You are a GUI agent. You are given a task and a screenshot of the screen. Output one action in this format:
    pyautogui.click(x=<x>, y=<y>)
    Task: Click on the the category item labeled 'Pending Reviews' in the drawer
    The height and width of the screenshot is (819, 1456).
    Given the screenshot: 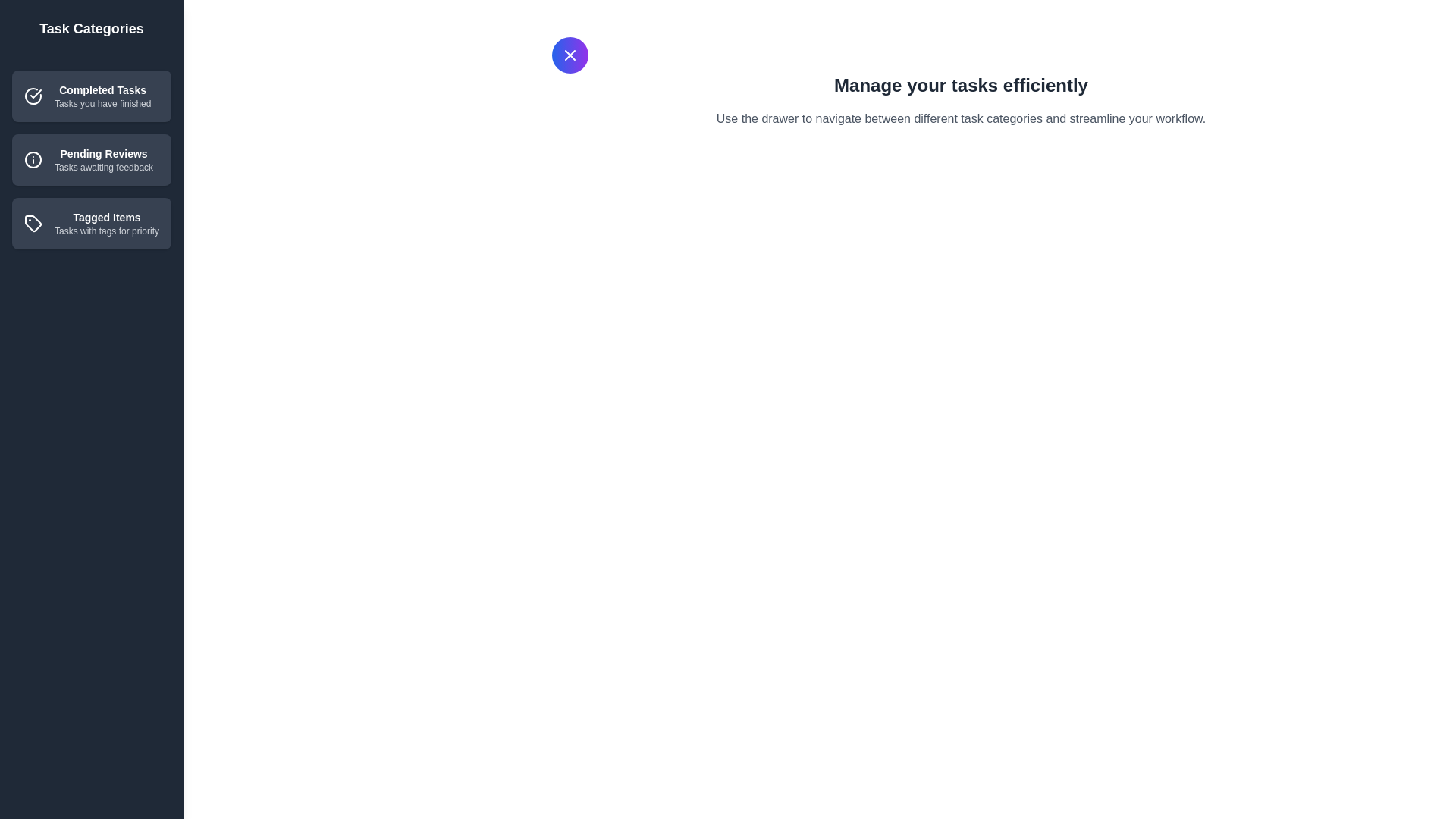 What is the action you would take?
    pyautogui.click(x=90, y=160)
    